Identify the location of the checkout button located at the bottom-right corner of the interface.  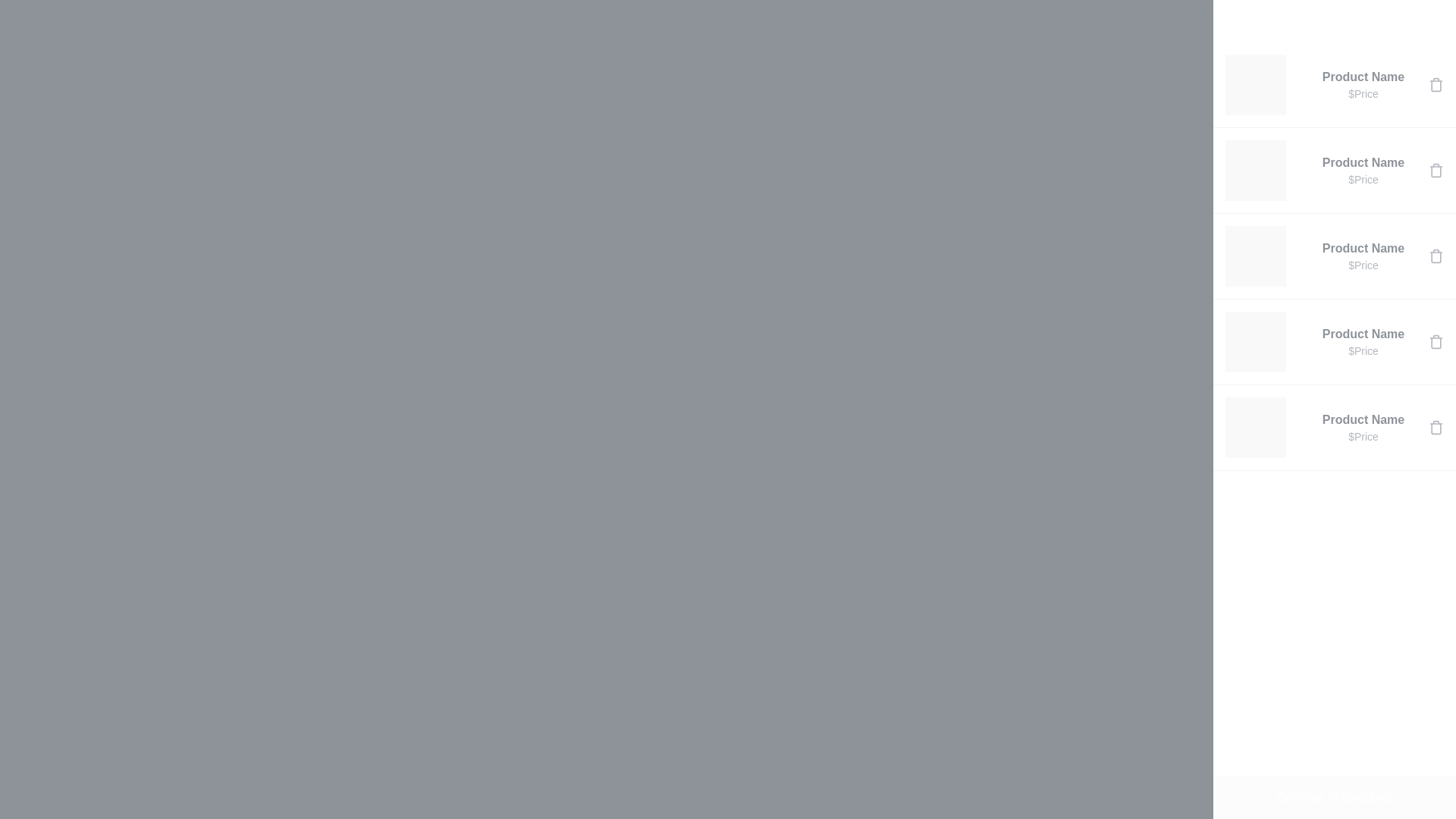
(1335, 797).